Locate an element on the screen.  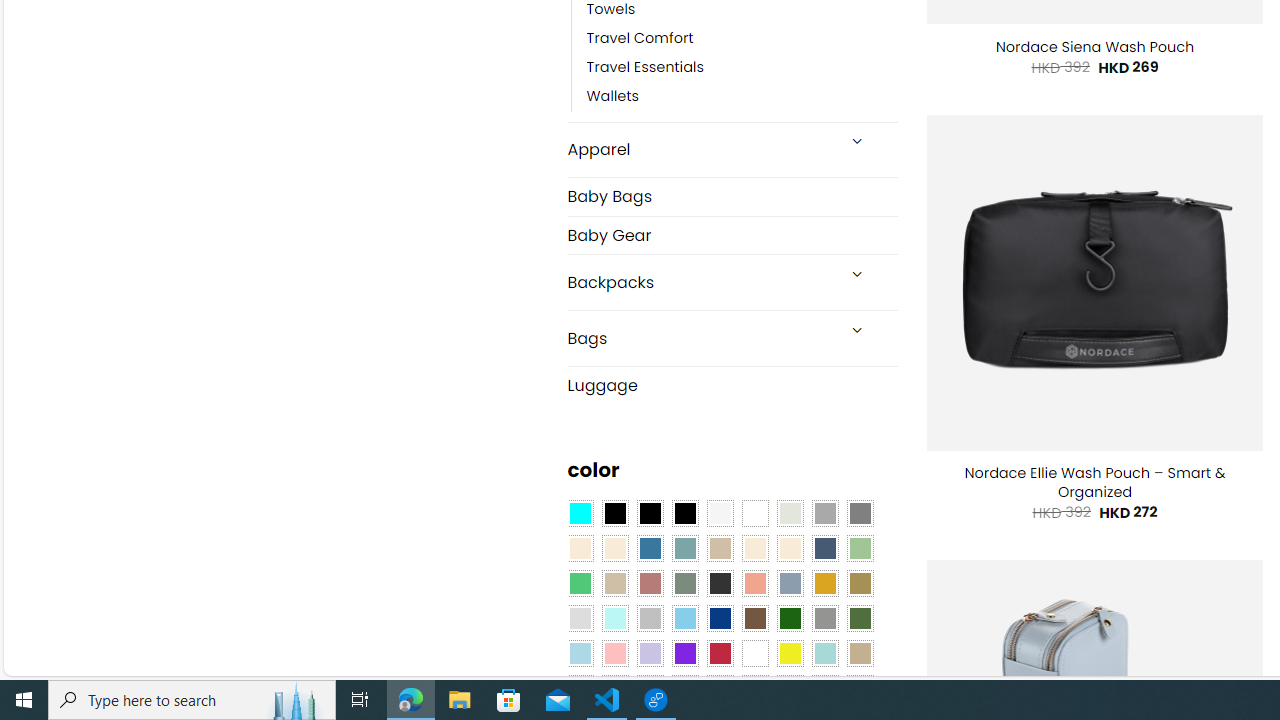
'Purple' is located at coordinates (684, 653).